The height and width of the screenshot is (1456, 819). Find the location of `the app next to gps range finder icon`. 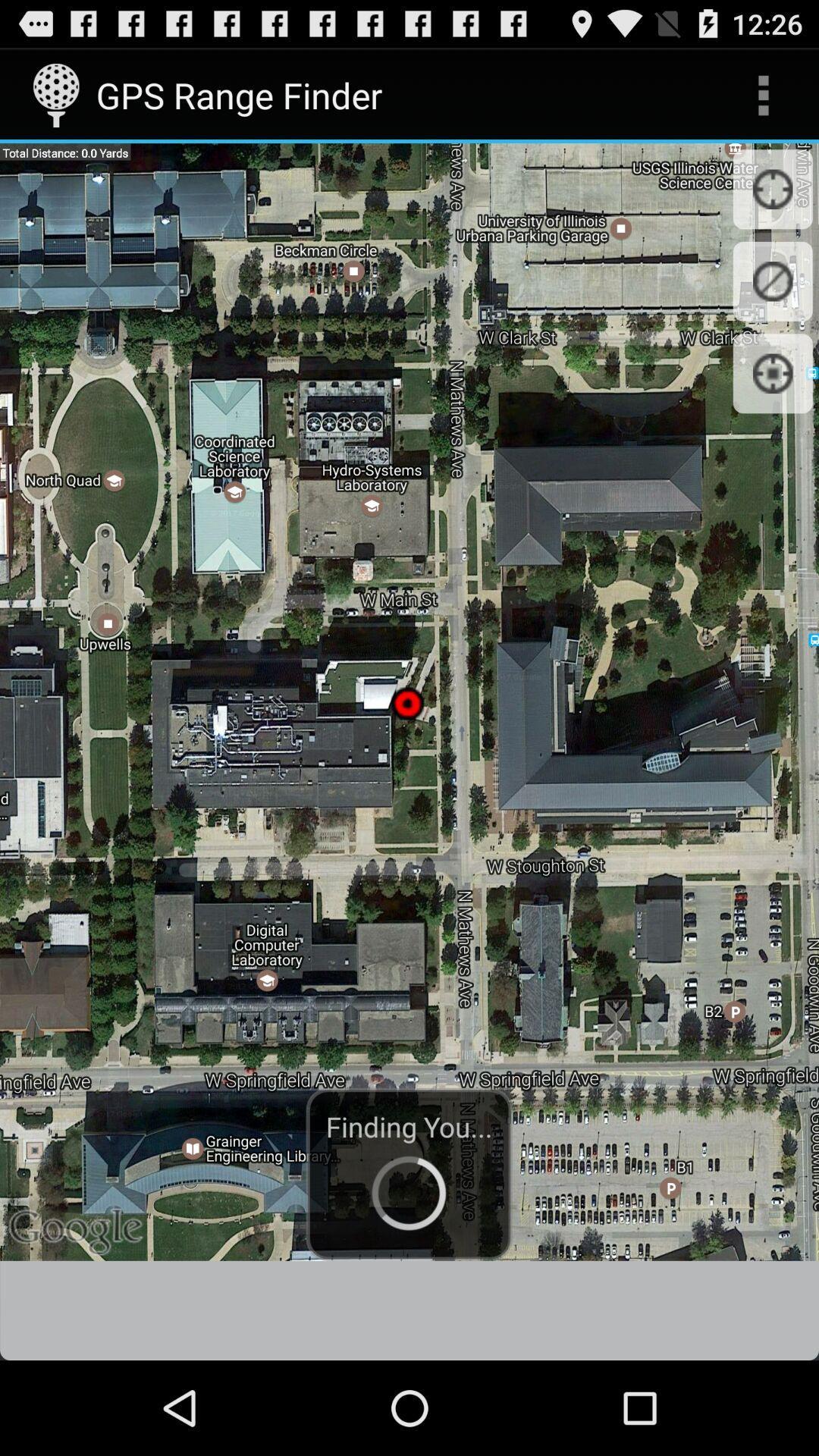

the app next to gps range finder icon is located at coordinates (763, 94).